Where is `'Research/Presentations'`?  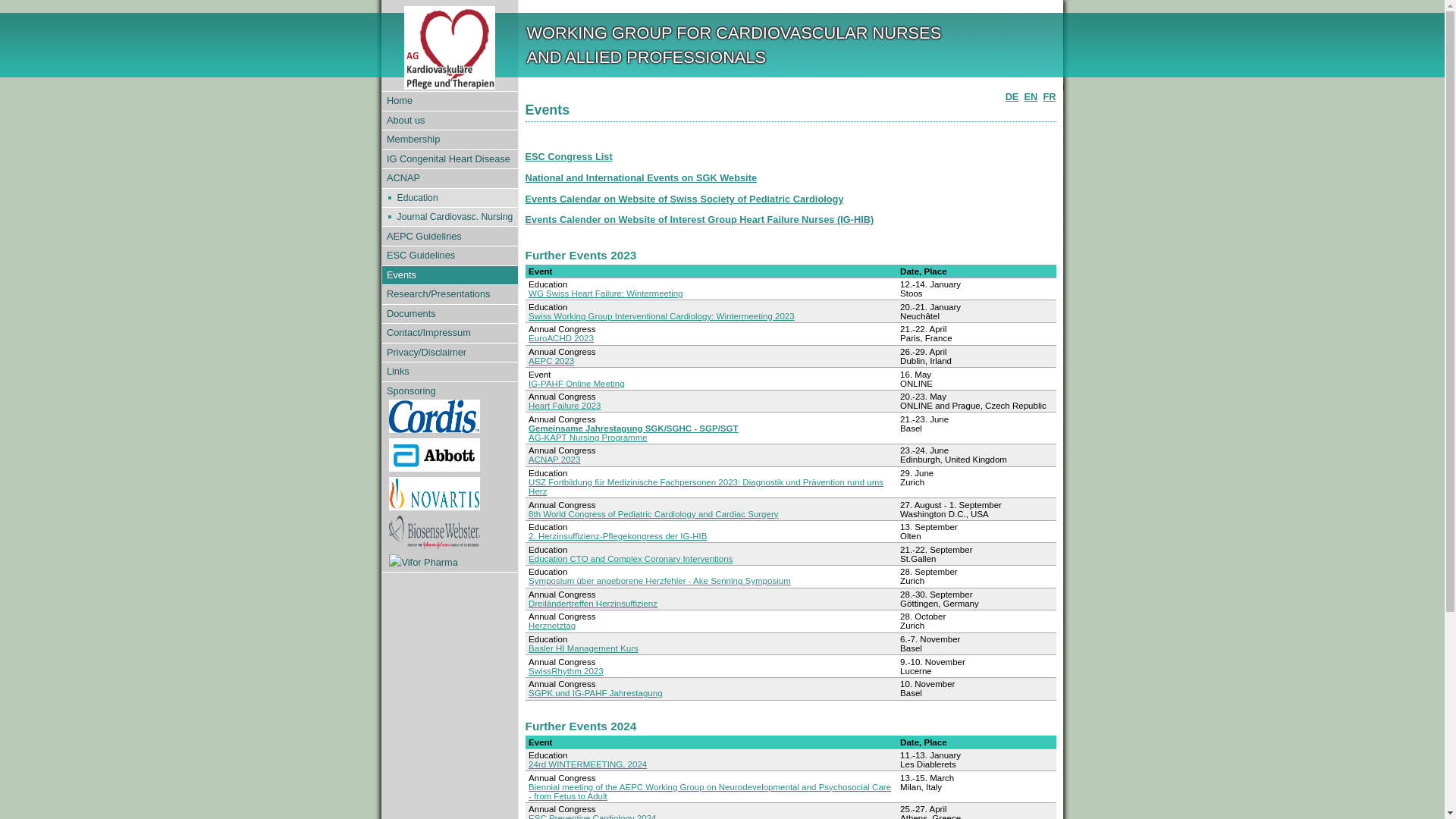 'Research/Presentations' is located at coordinates (449, 294).